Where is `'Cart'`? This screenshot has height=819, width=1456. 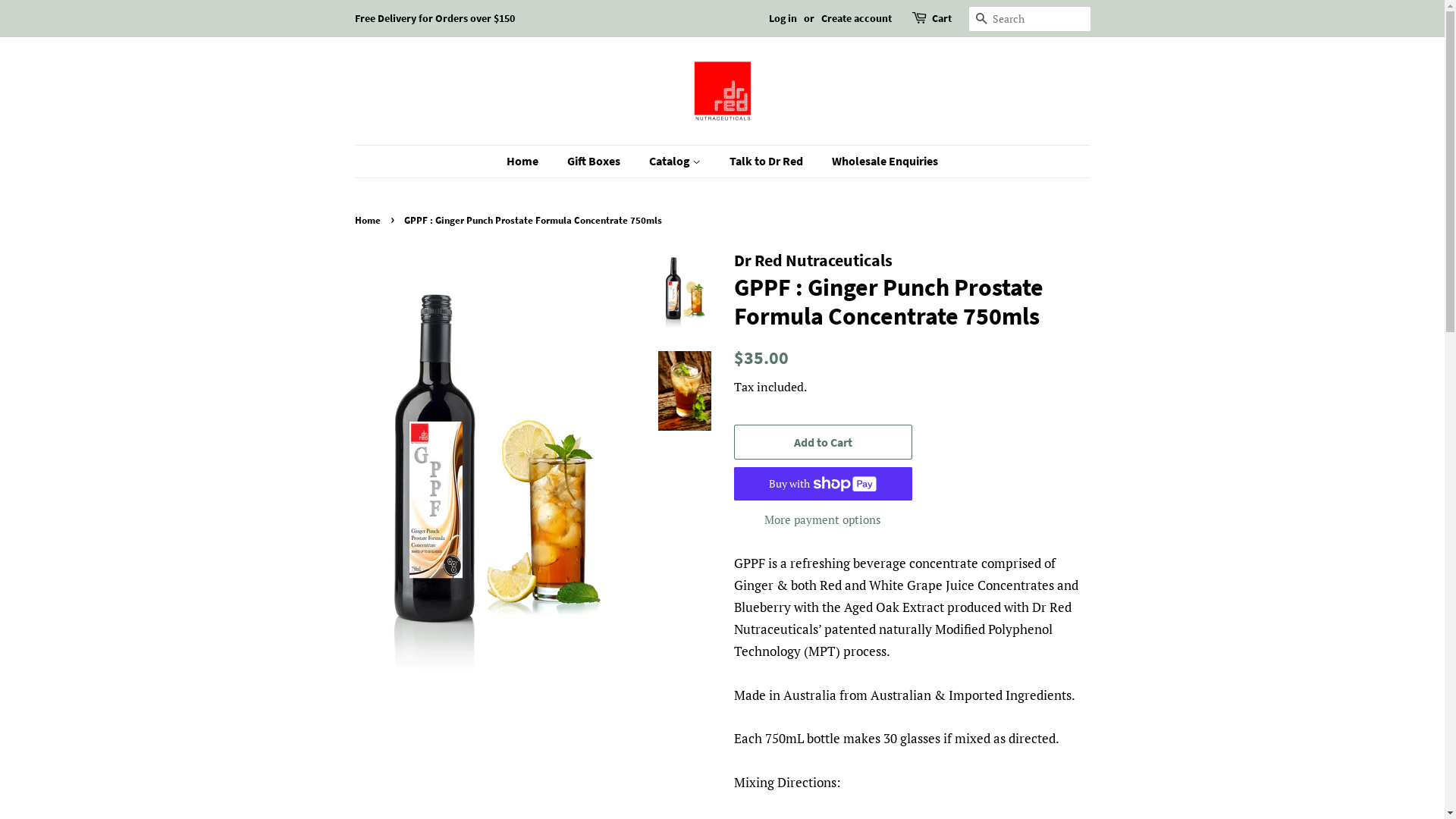
'Cart' is located at coordinates (930, 18).